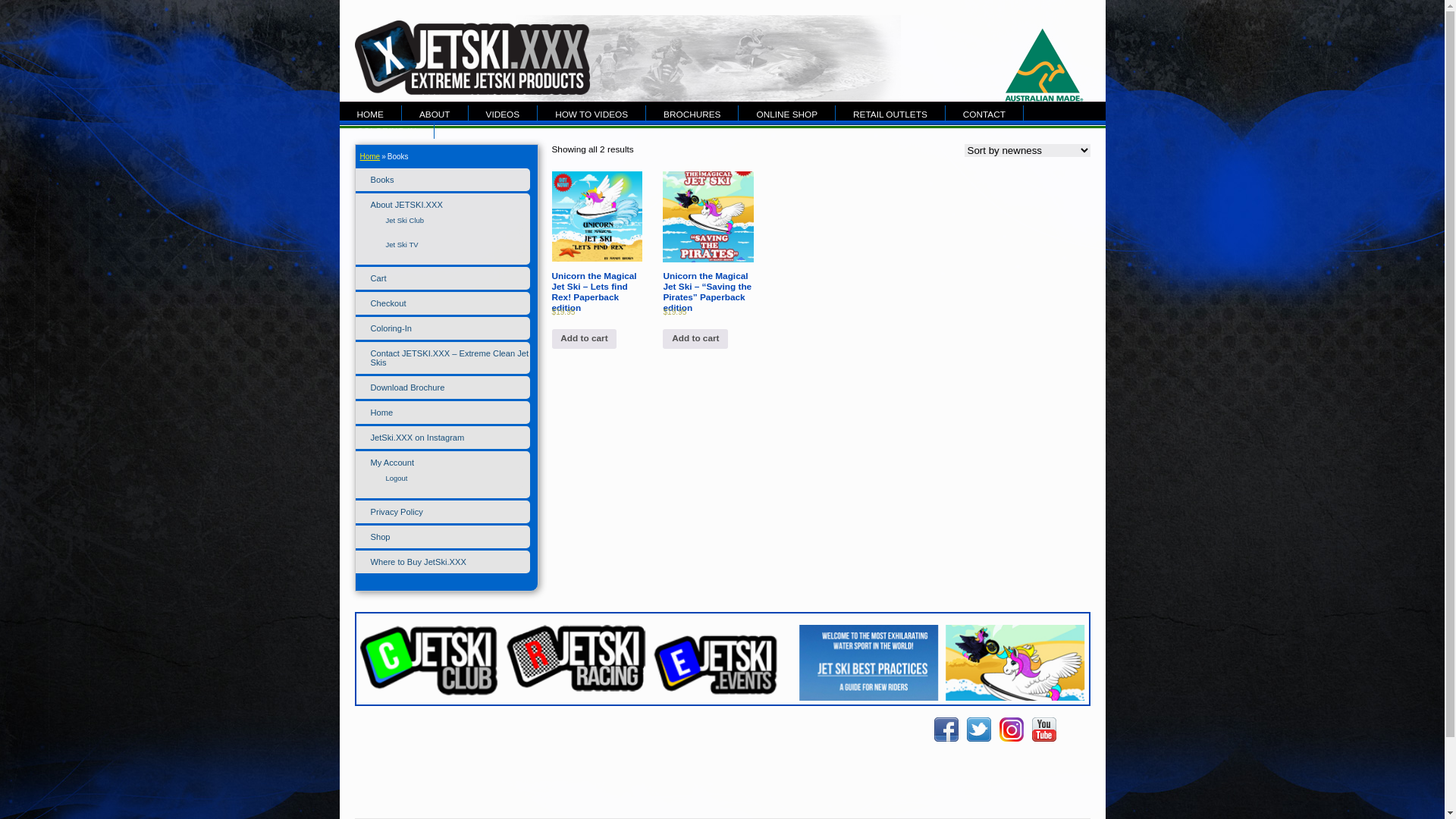 This screenshot has width=1456, height=819. Describe the element at coordinates (396, 478) in the screenshot. I see `'Logout'` at that location.